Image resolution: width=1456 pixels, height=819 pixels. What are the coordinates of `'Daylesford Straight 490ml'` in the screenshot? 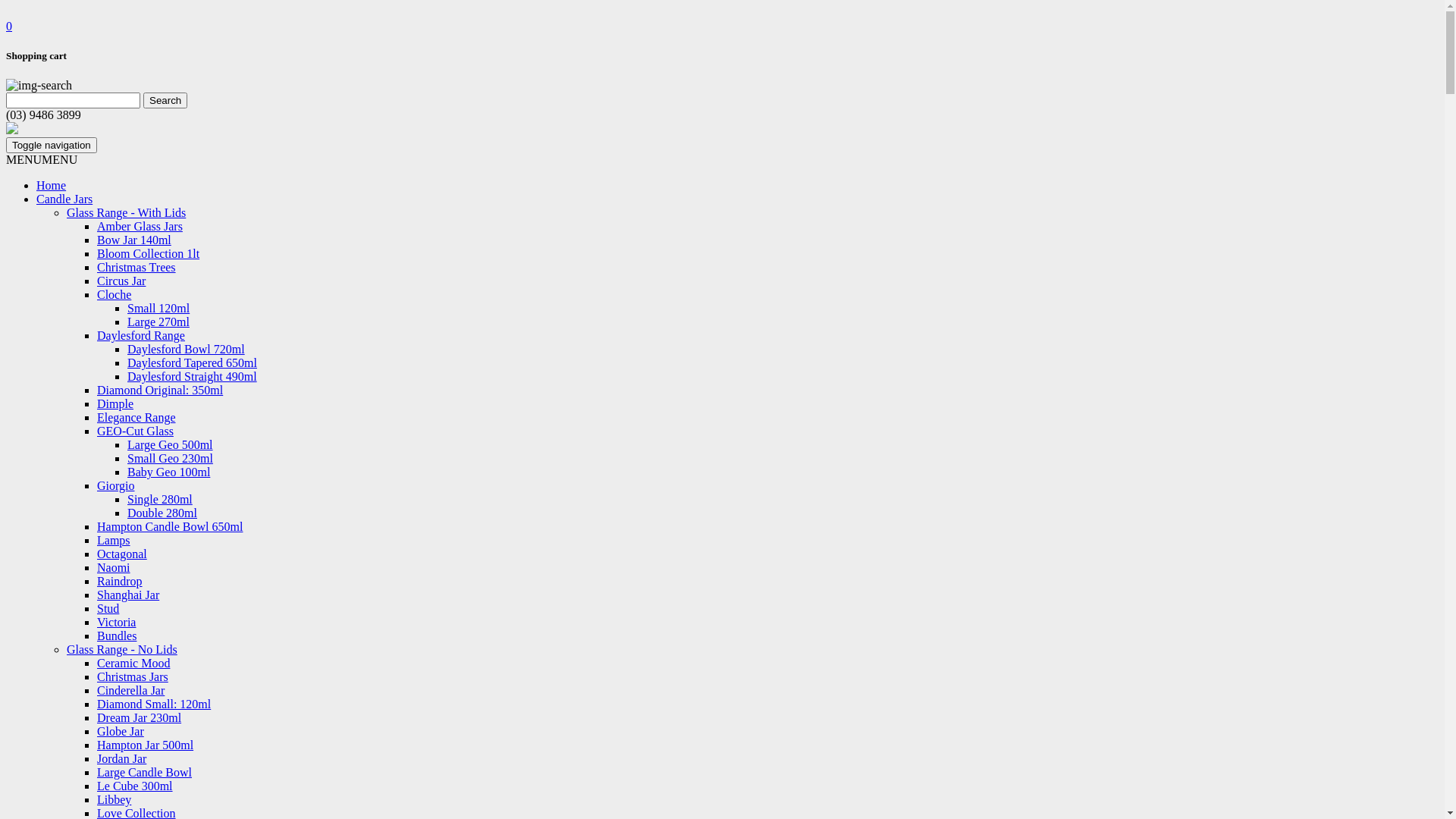 It's located at (191, 375).